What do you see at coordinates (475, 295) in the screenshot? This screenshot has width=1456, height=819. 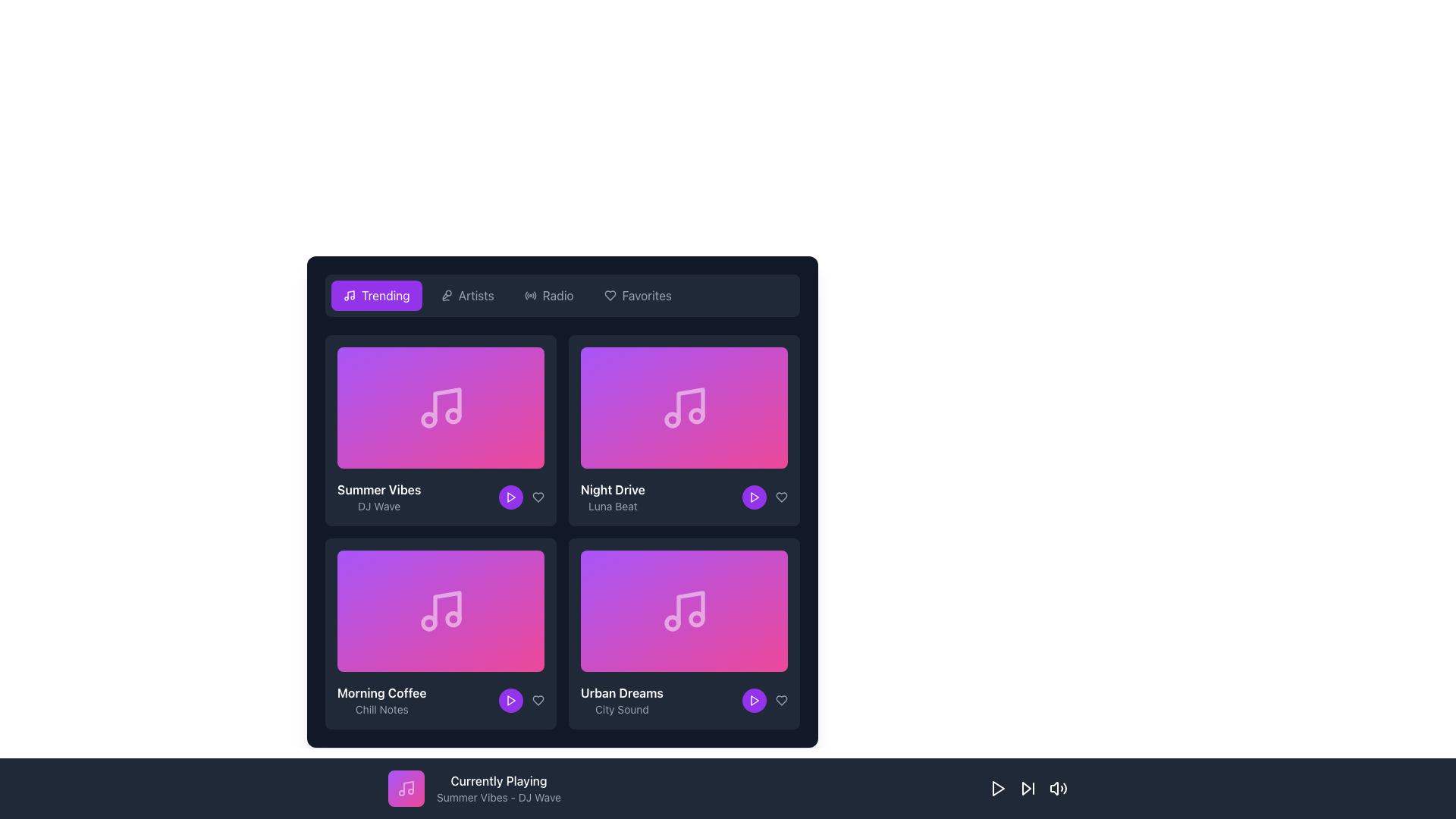 I see `the 'Artists' navigation link` at bounding box center [475, 295].